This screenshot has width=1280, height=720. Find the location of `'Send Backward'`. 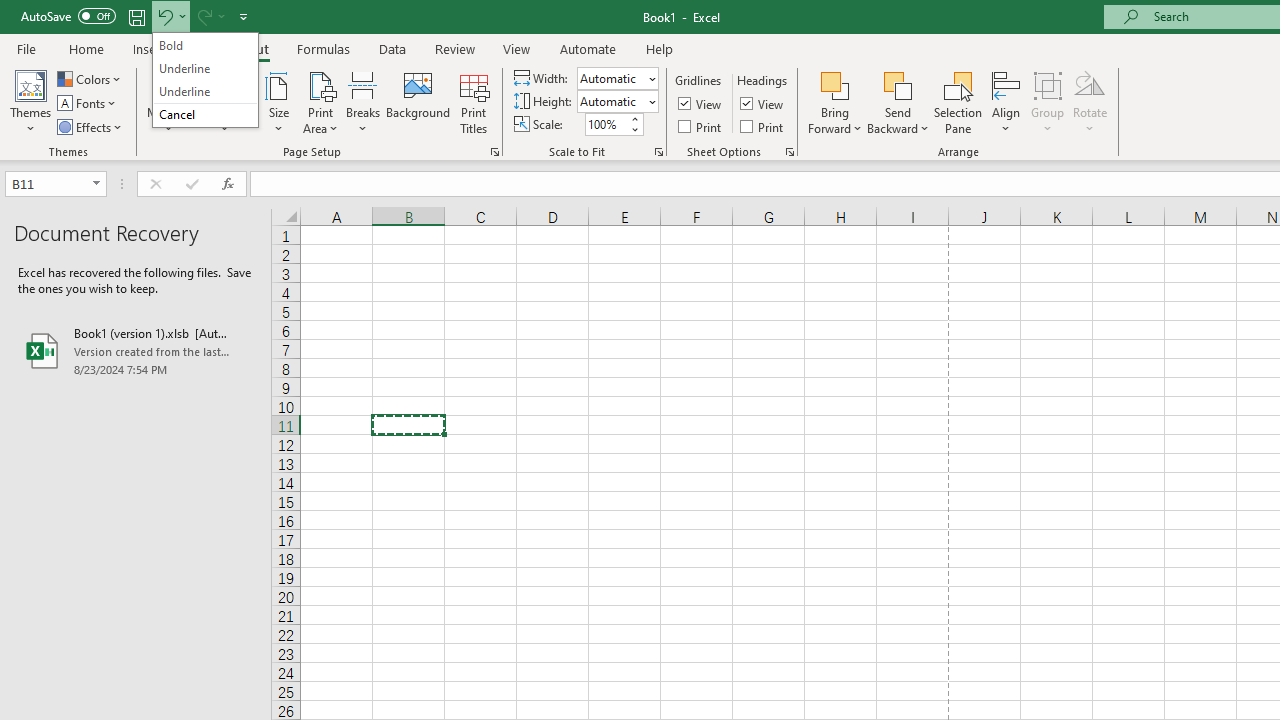

'Send Backward' is located at coordinates (897, 103).